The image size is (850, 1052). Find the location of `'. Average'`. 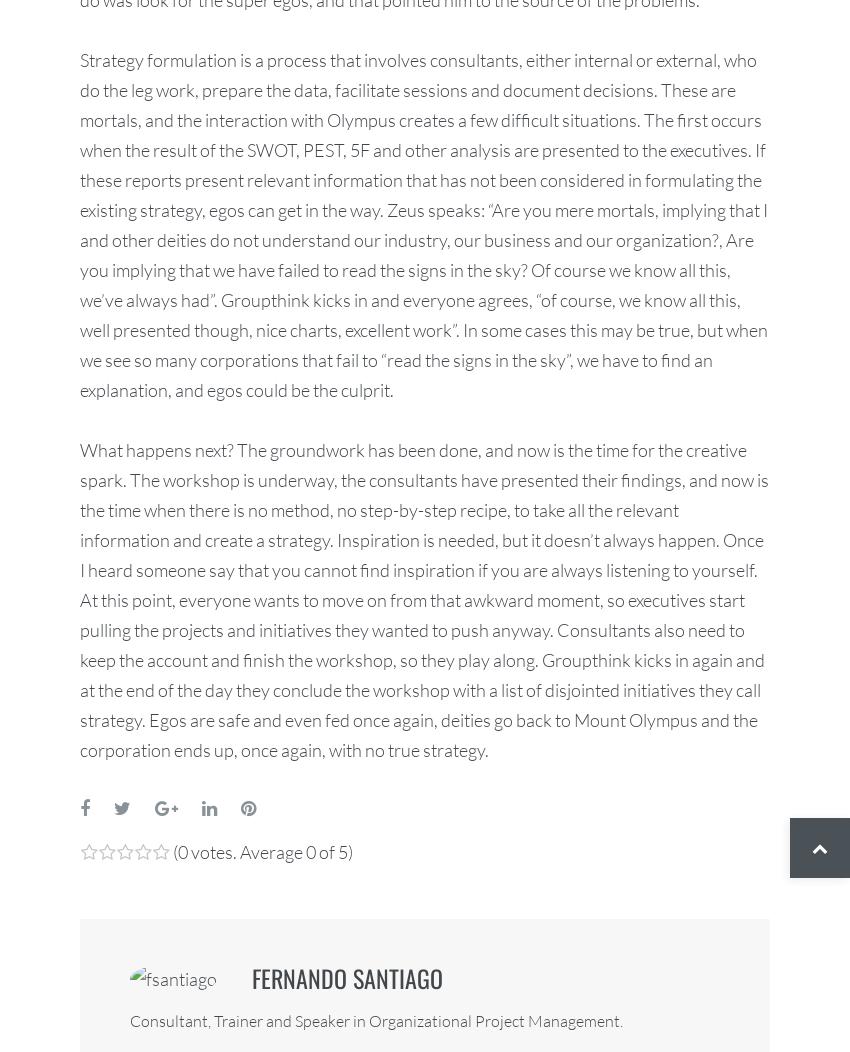

'. Average' is located at coordinates (268, 849).